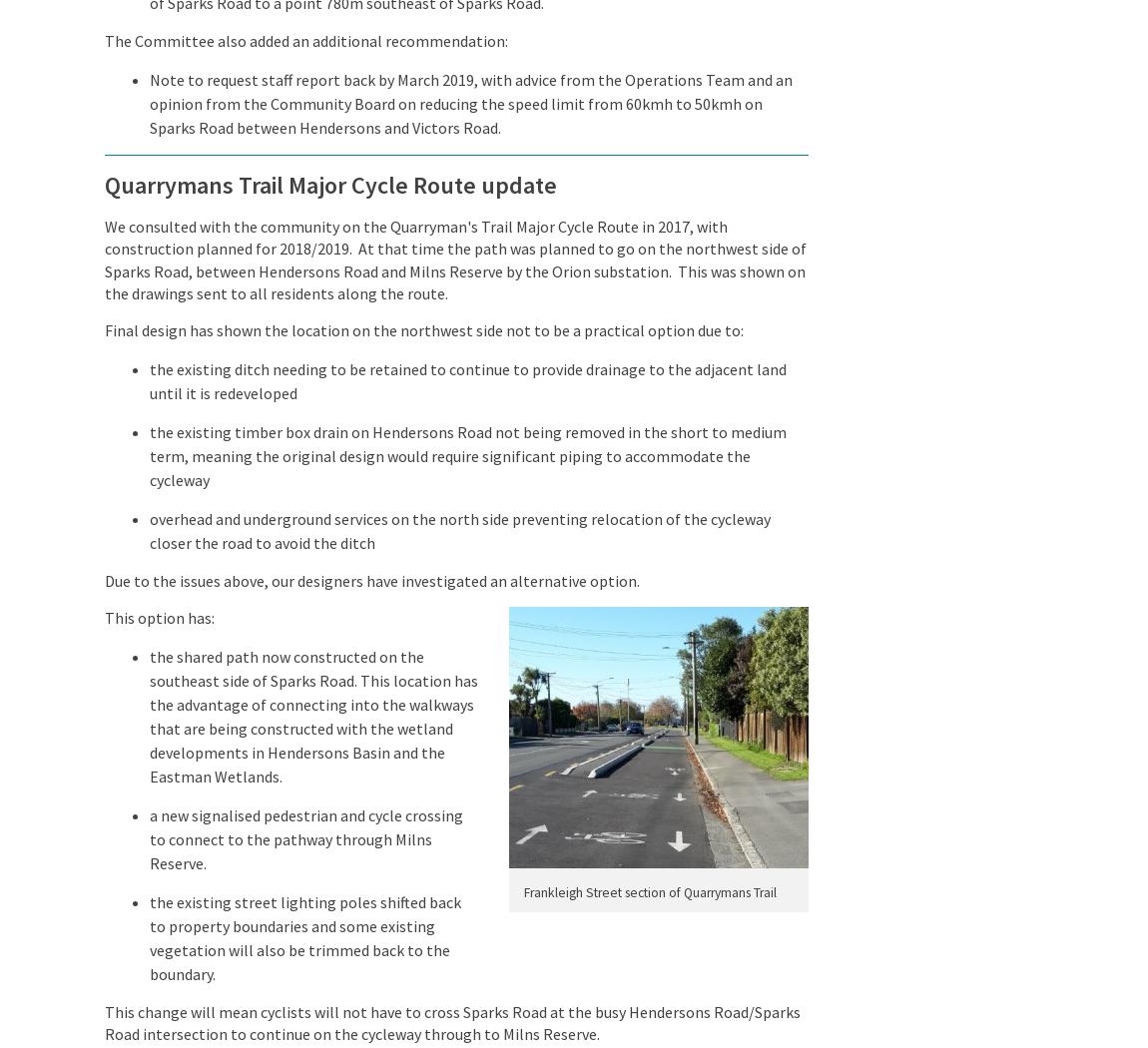 This screenshot has width=1148, height=1048. Describe the element at coordinates (371, 578) in the screenshot. I see `'Due to the issues above, our designers have investigated an alternative option.'` at that location.